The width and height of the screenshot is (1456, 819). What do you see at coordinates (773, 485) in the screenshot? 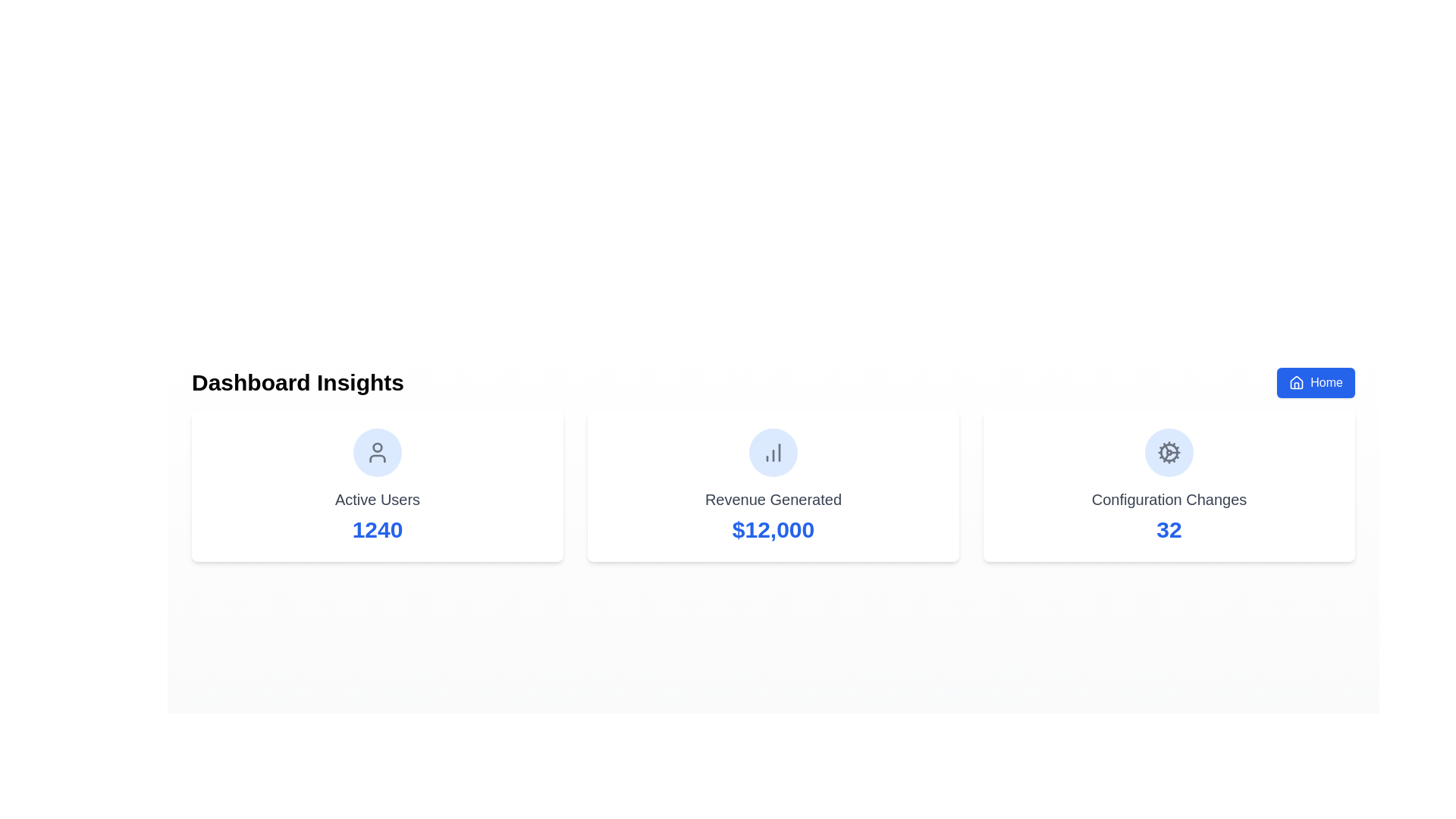
I see `the Informational card displaying total revenue, located centrally between the 'Active Users' and 'Configuration Changes' cards in the dashboard layout` at bounding box center [773, 485].